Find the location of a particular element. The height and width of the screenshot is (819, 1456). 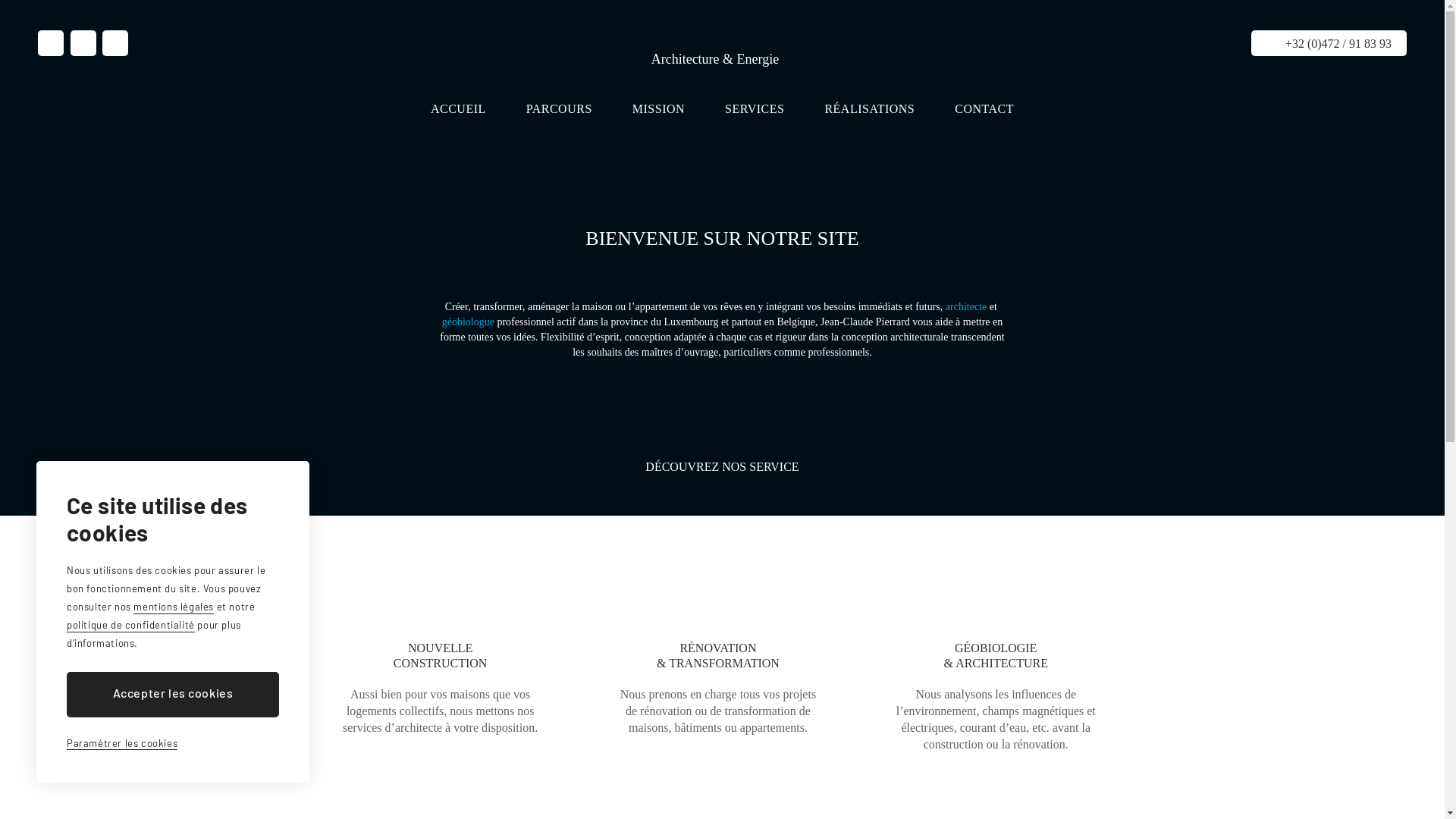

'Jean-Claude Pierrard is located at coordinates (714, 45).